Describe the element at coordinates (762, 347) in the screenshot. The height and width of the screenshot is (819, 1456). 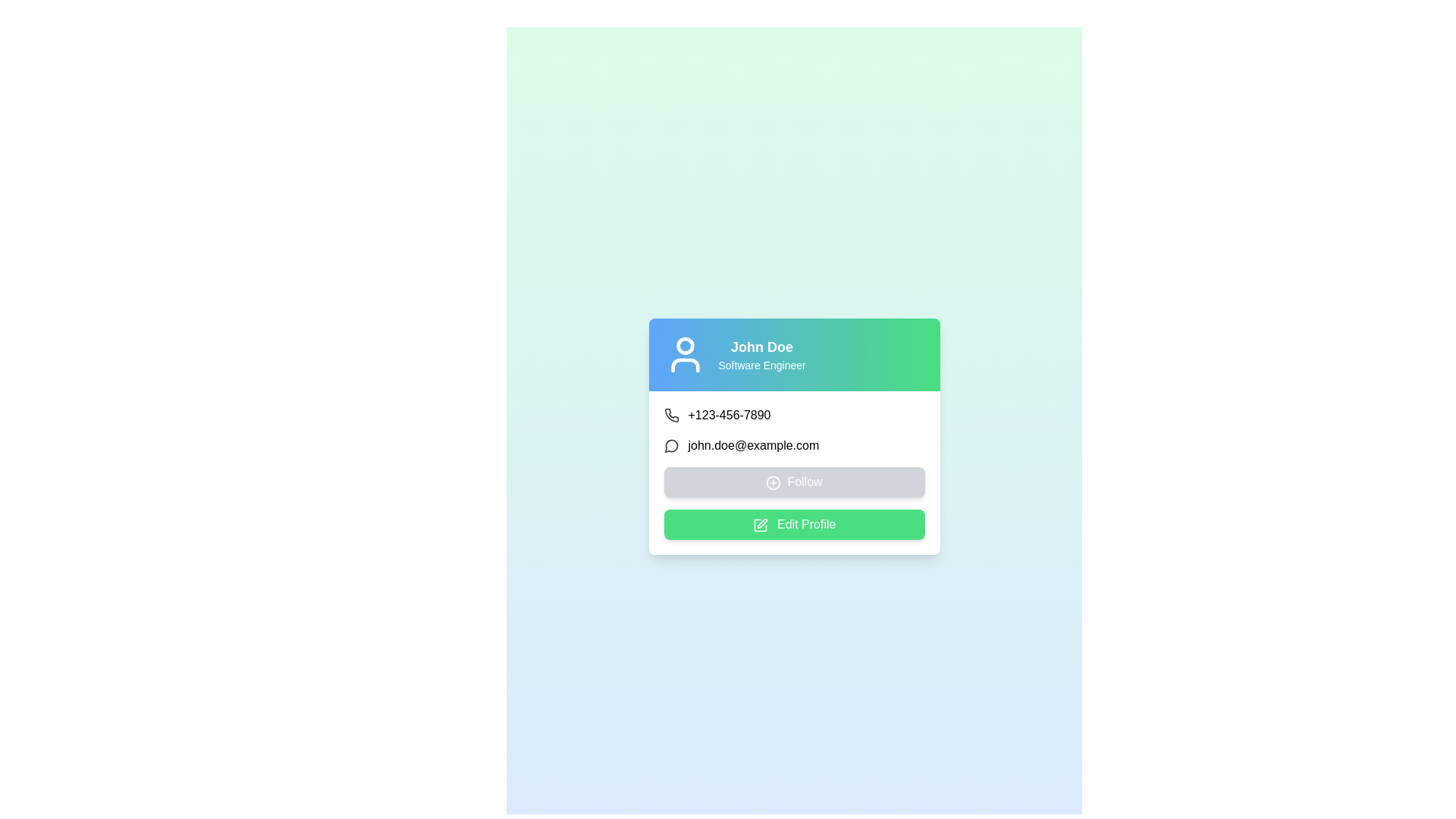
I see `bold text element displaying the name 'John Doe', located at the top of the card layout with a gradient green and blue background` at that location.